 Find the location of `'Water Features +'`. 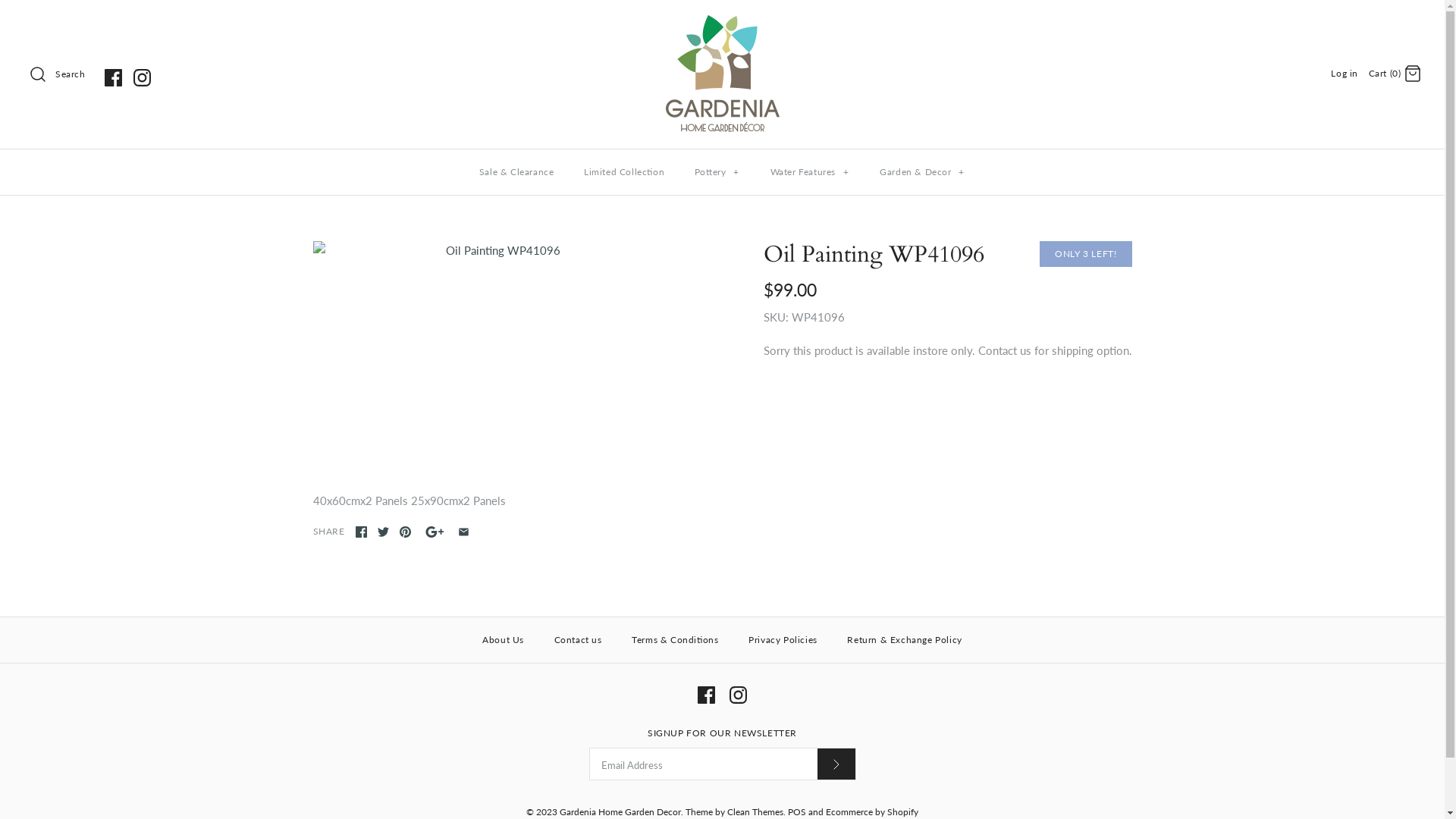

'Water Features +' is located at coordinates (809, 171).